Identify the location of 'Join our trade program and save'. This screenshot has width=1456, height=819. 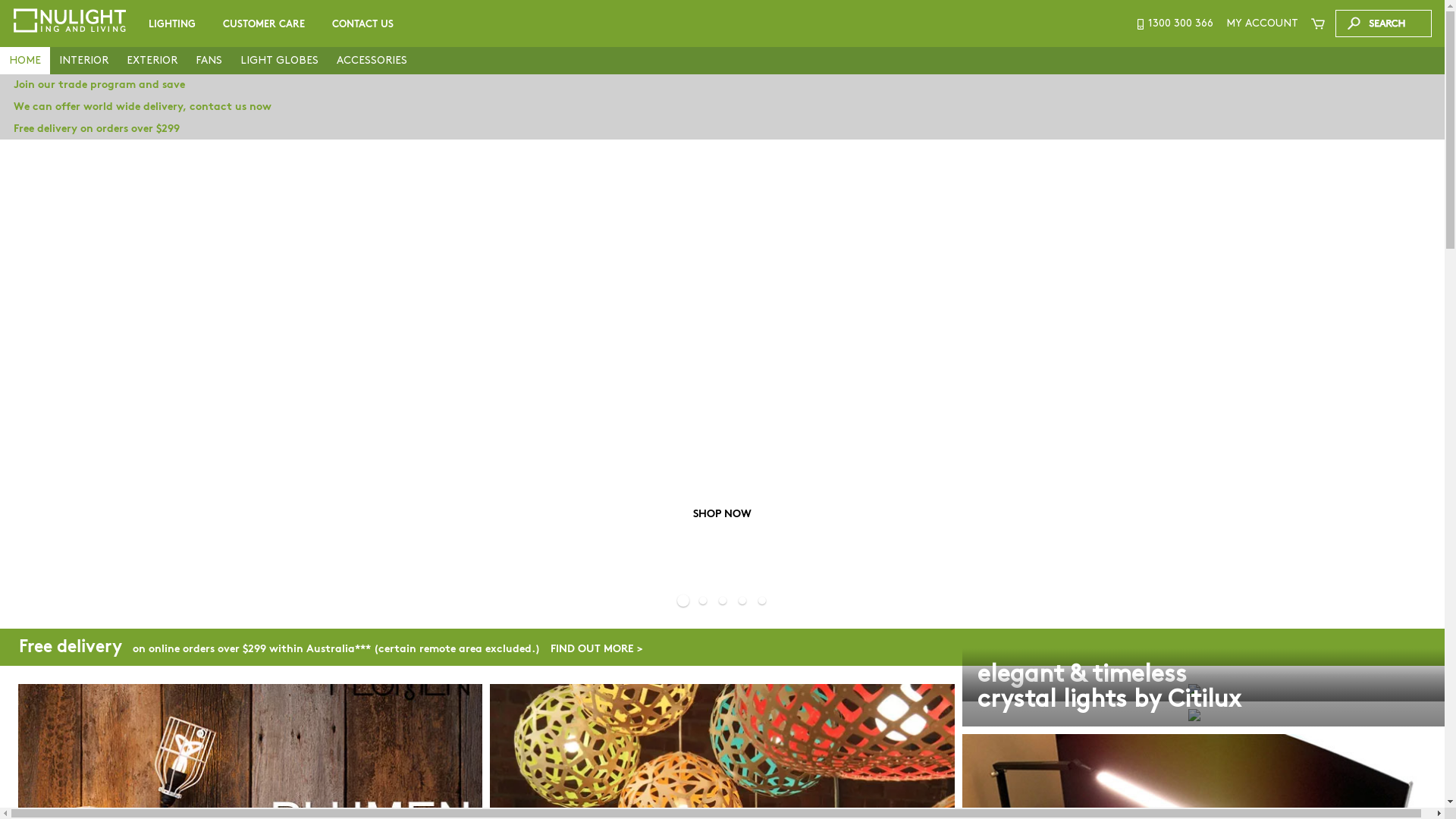
(0, 85).